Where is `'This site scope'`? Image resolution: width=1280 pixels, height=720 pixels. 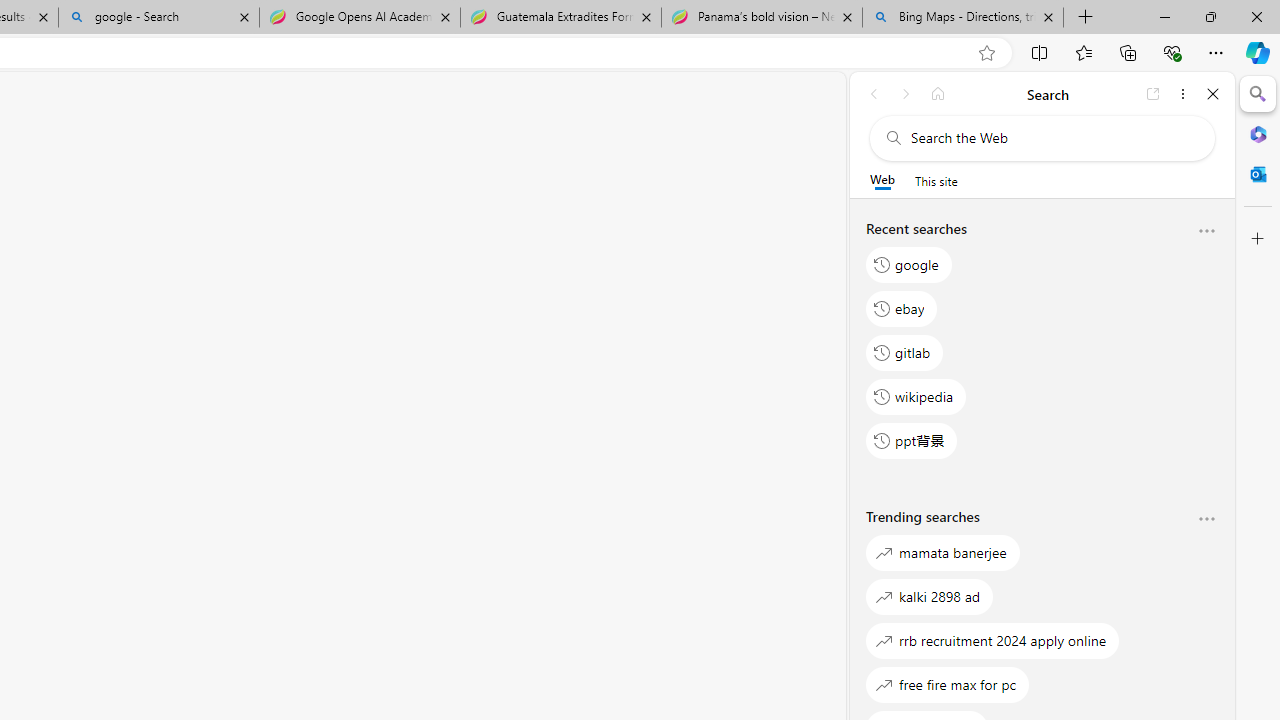 'This site scope' is located at coordinates (935, 180).